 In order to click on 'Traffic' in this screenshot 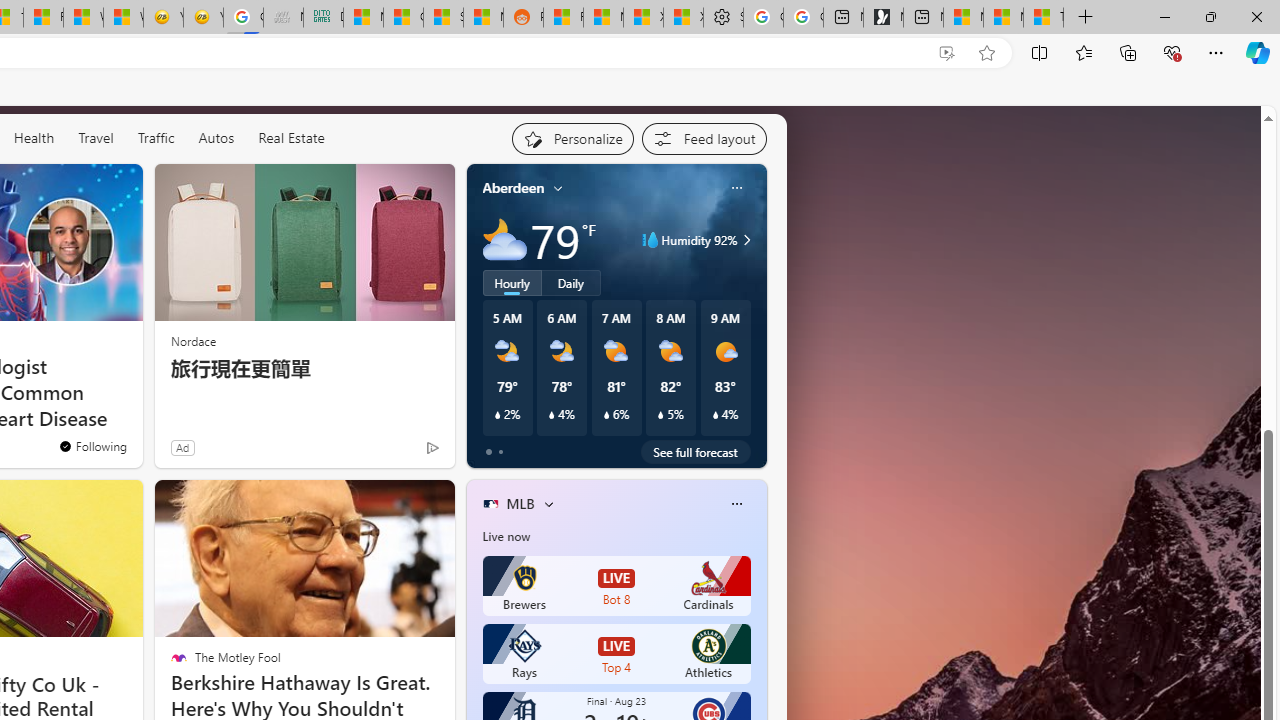, I will do `click(155, 137)`.